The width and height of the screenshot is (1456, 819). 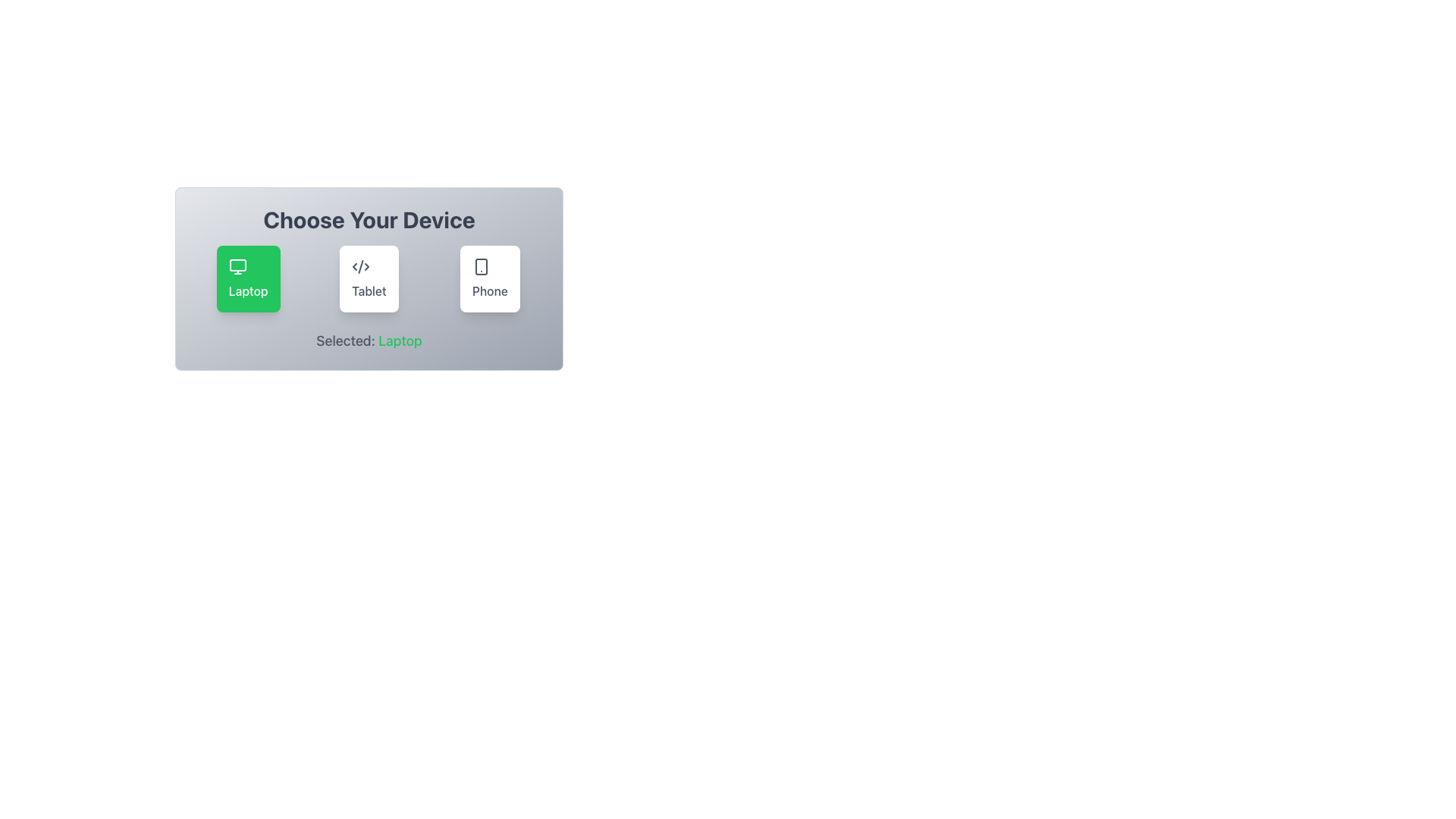 What do you see at coordinates (237, 265) in the screenshot?
I see `the 'Laptop' icon, which is the first button in the device selection interface under the heading 'Choose Your Device', distinguished by its green background` at bounding box center [237, 265].